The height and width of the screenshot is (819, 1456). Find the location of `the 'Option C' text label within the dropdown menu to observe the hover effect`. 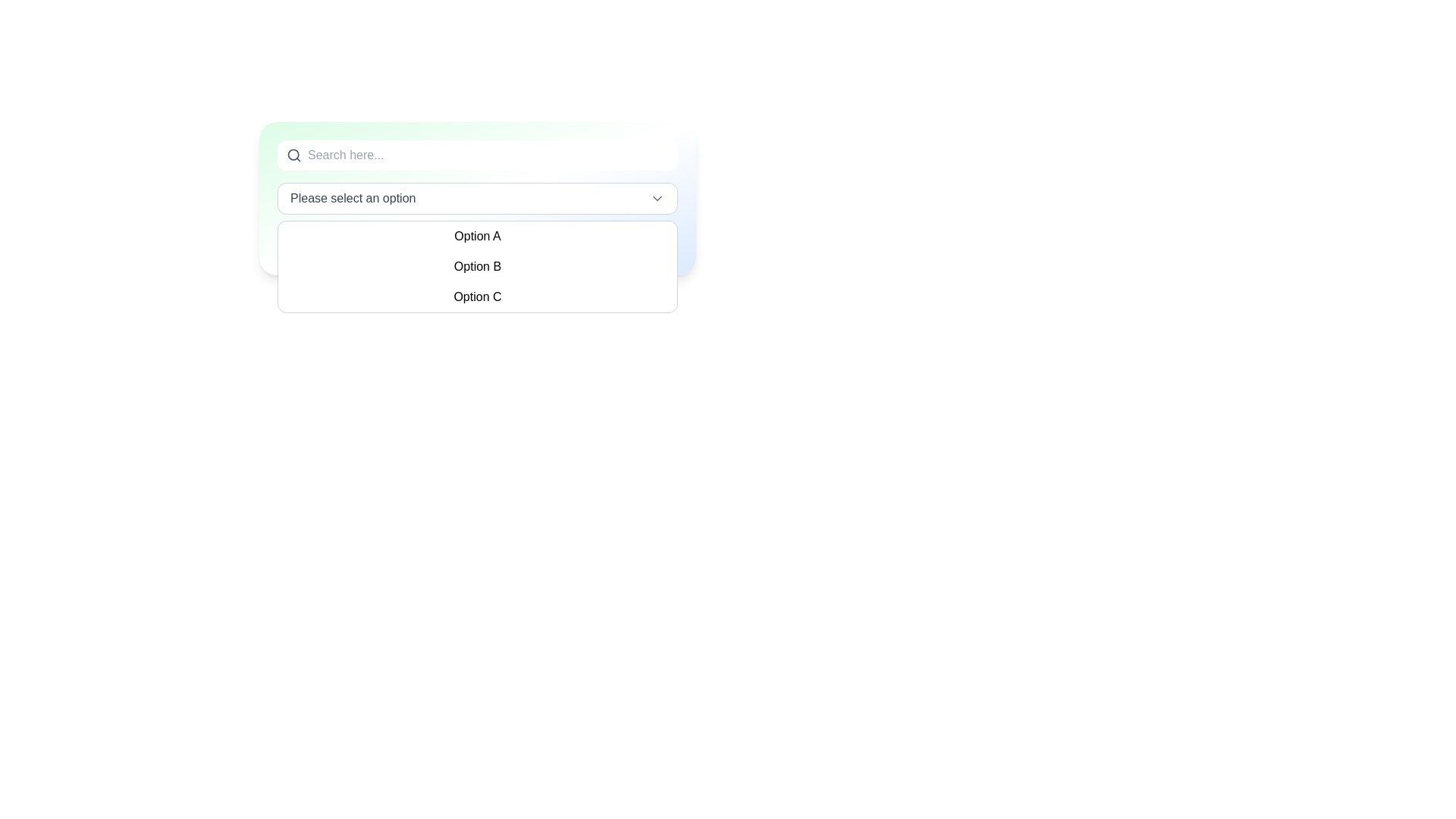

the 'Option C' text label within the dropdown menu to observe the hover effect is located at coordinates (476, 297).